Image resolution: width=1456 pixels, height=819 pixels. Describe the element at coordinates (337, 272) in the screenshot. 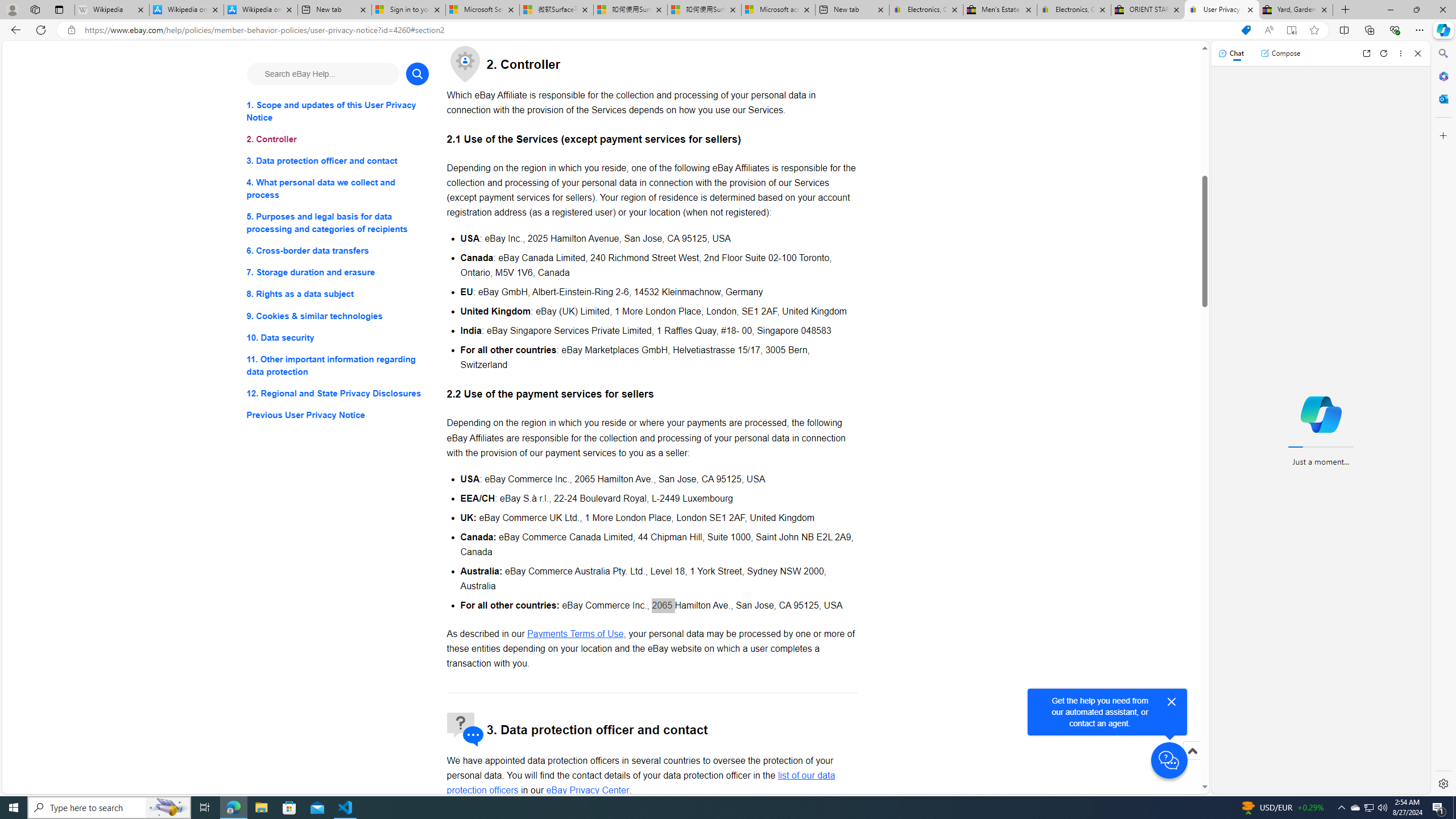

I see `'7. Storage duration and erasure'` at that location.